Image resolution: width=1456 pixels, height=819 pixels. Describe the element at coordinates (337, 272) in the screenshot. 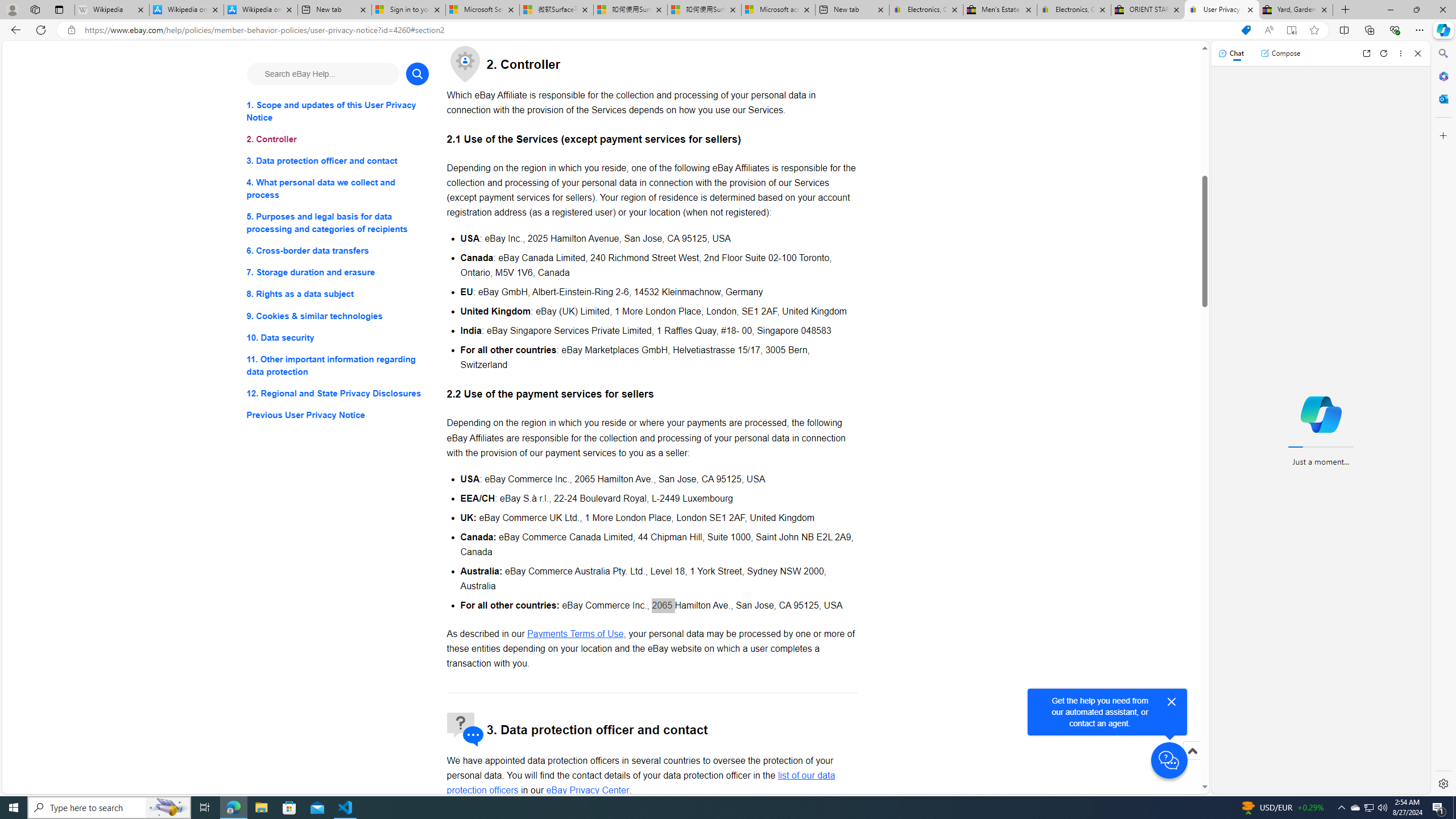

I see `'7. Storage duration and erasure'` at that location.